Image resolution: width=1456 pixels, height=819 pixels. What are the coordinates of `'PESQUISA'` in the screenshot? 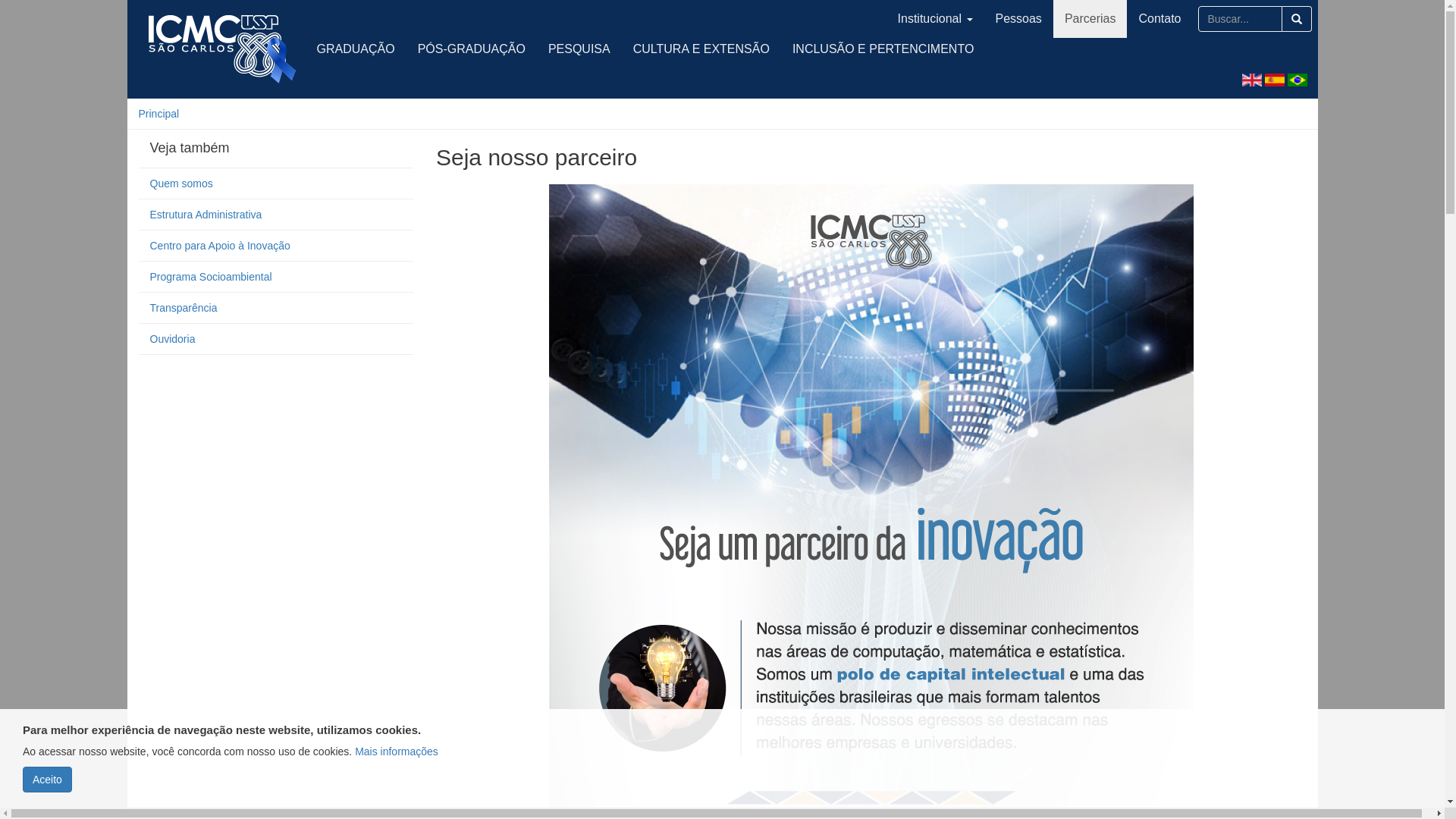 It's located at (578, 49).